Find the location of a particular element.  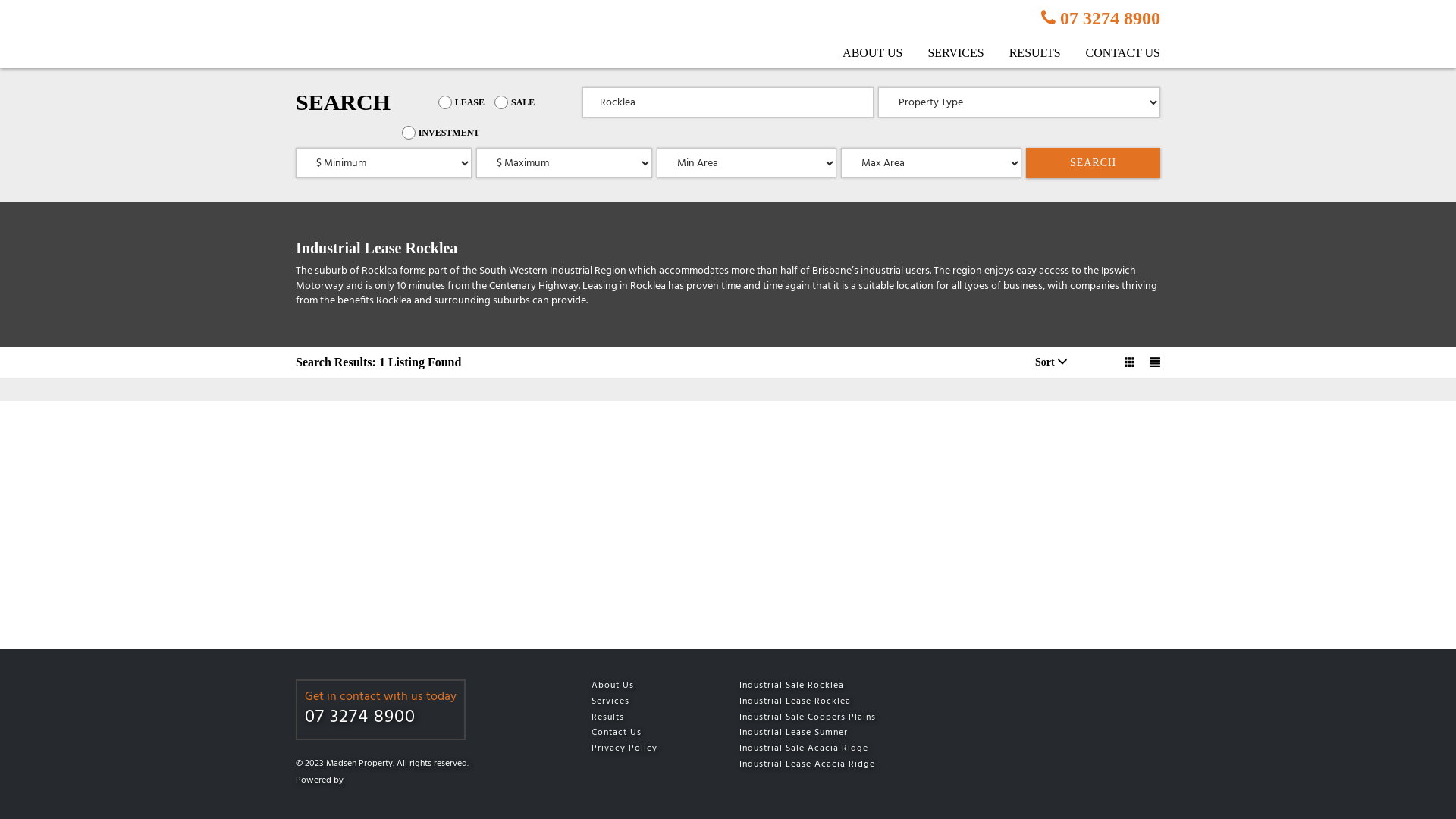

'Results' is located at coordinates (644, 717).